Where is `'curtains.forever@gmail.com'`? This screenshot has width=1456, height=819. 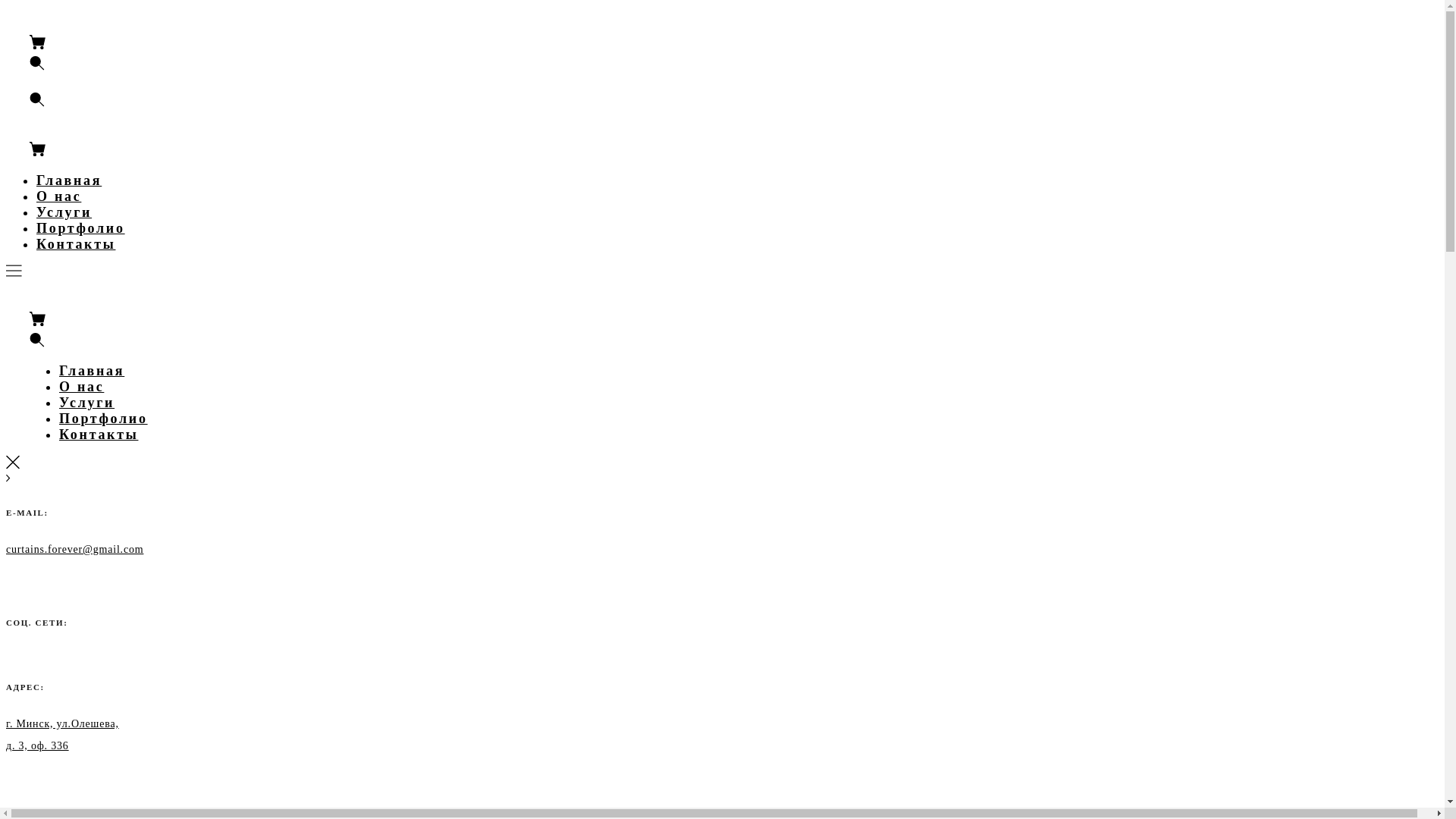 'curtains.forever@gmail.com' is located at coordinates (6, 548).